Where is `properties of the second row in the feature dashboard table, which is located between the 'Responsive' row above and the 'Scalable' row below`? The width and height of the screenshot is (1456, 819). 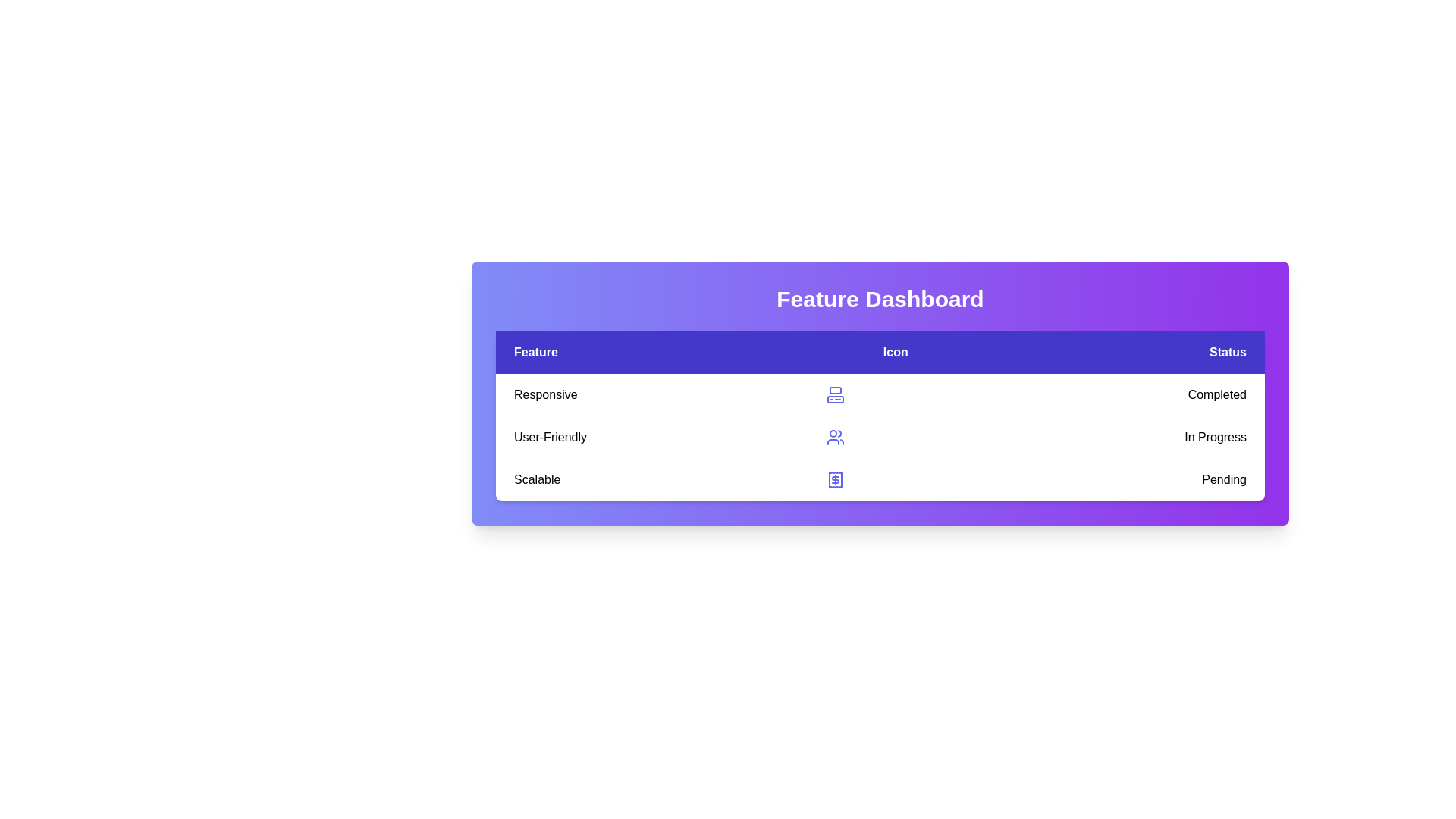 properties of the second row in the feature dashboard table, which is located between the 'Responsive' row above and the 'Scalable' row below is located at coordinates (880, 438).